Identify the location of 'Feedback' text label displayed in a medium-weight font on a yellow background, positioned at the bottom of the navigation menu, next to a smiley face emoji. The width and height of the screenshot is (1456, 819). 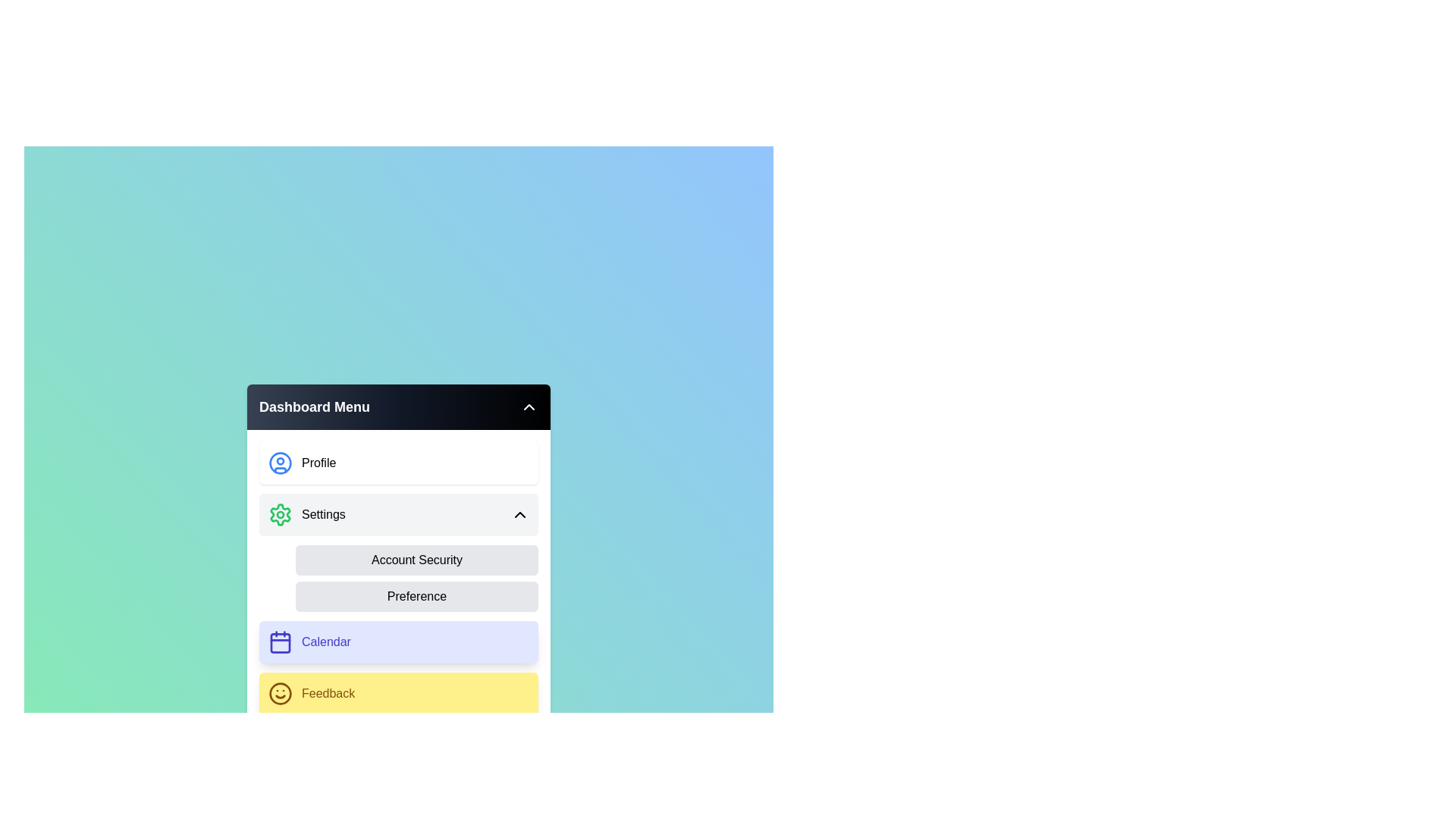
(328, 693).